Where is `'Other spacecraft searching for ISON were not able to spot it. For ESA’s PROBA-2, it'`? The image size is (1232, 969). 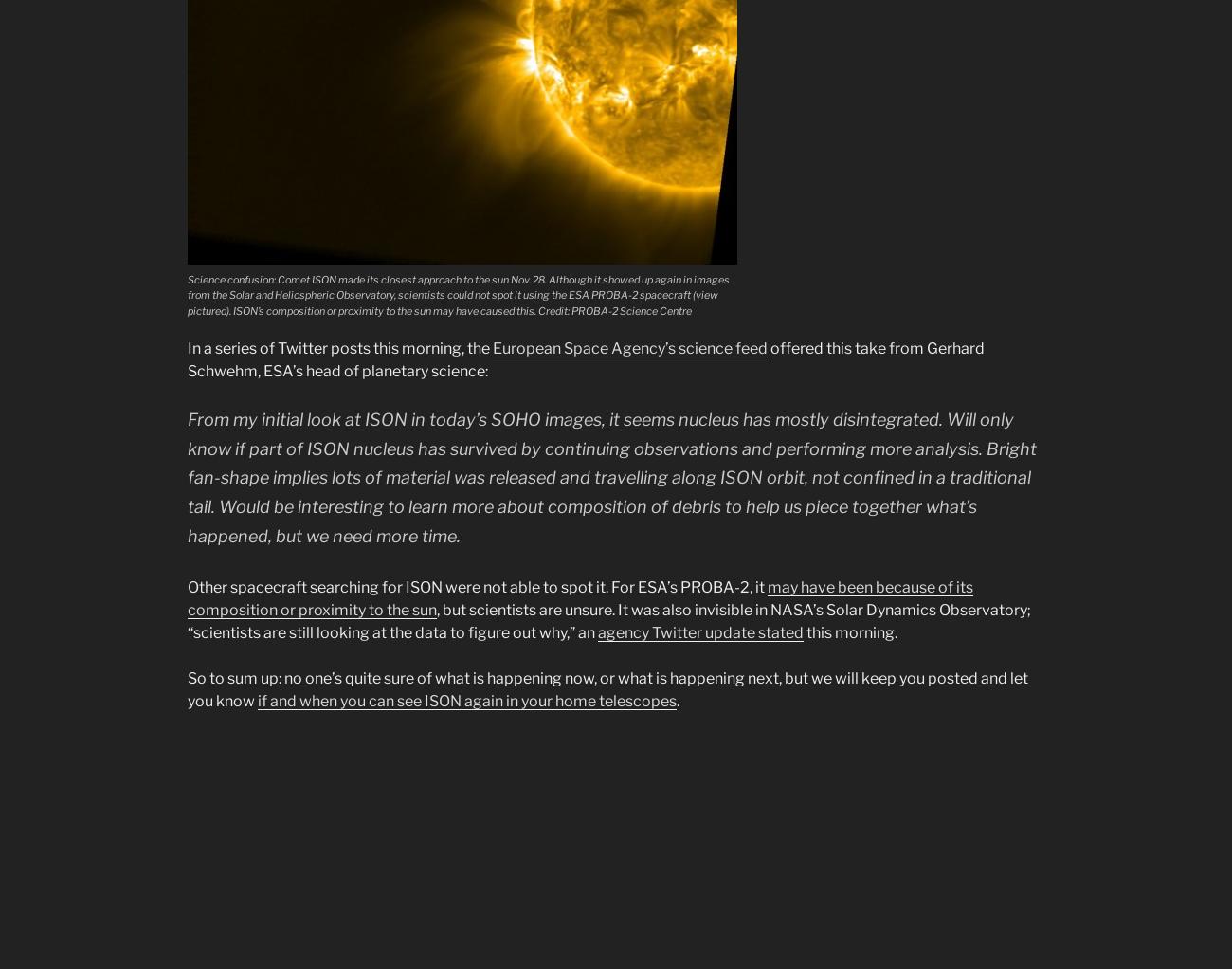 'Other spacecraft searching for ISON were not able to spot it. For ESA’s PROBA-2, it' is located at coordinates (478, 586).